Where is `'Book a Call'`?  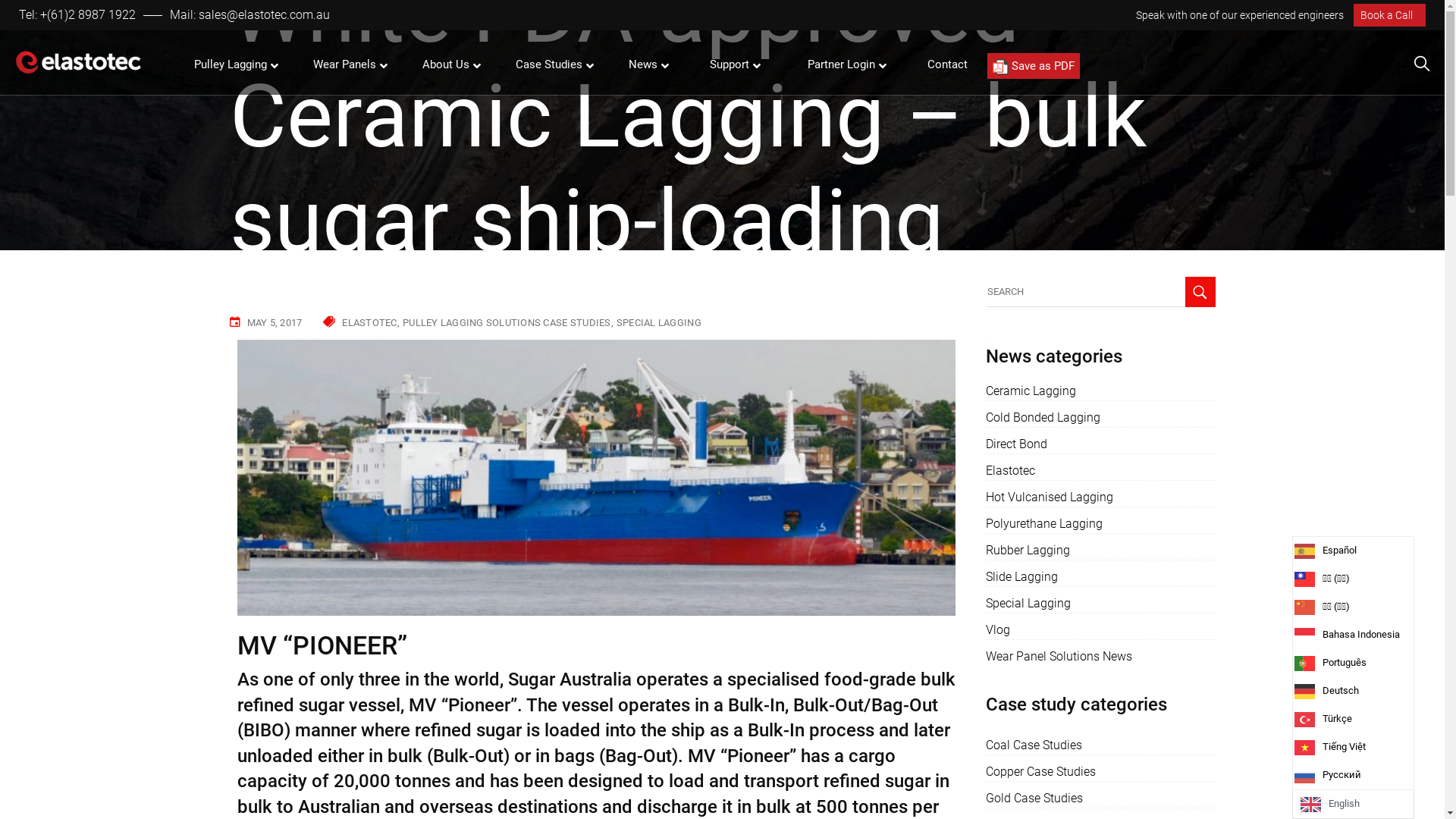 'Book a Call' is located at coordinates (1389, 14).